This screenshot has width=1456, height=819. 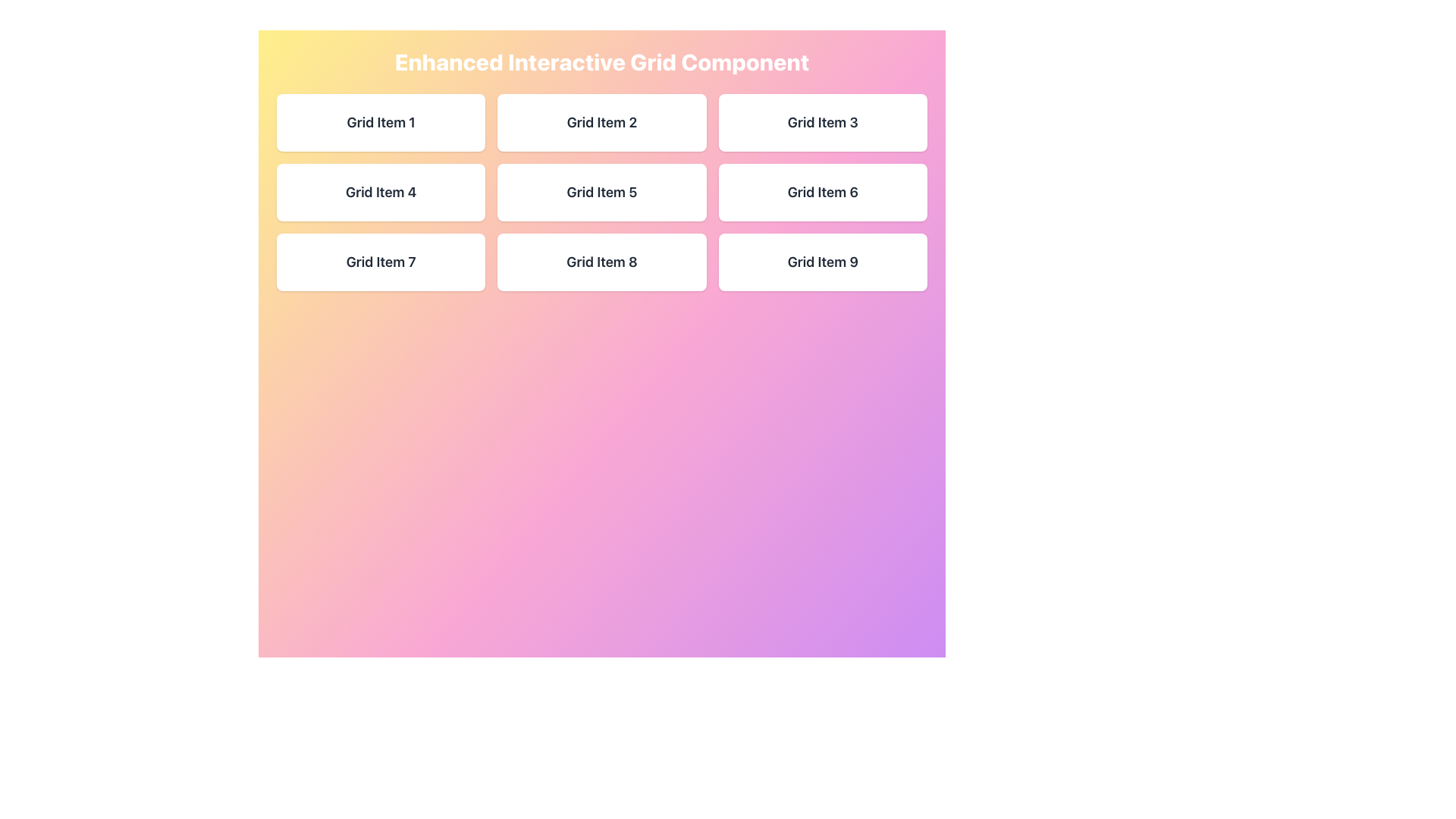 What do you see at coordinates (381, 122) in the screenshot?
I see `the interactive button located in the first column and first row of the 3x3 grid` at bounding box center [381, 122].